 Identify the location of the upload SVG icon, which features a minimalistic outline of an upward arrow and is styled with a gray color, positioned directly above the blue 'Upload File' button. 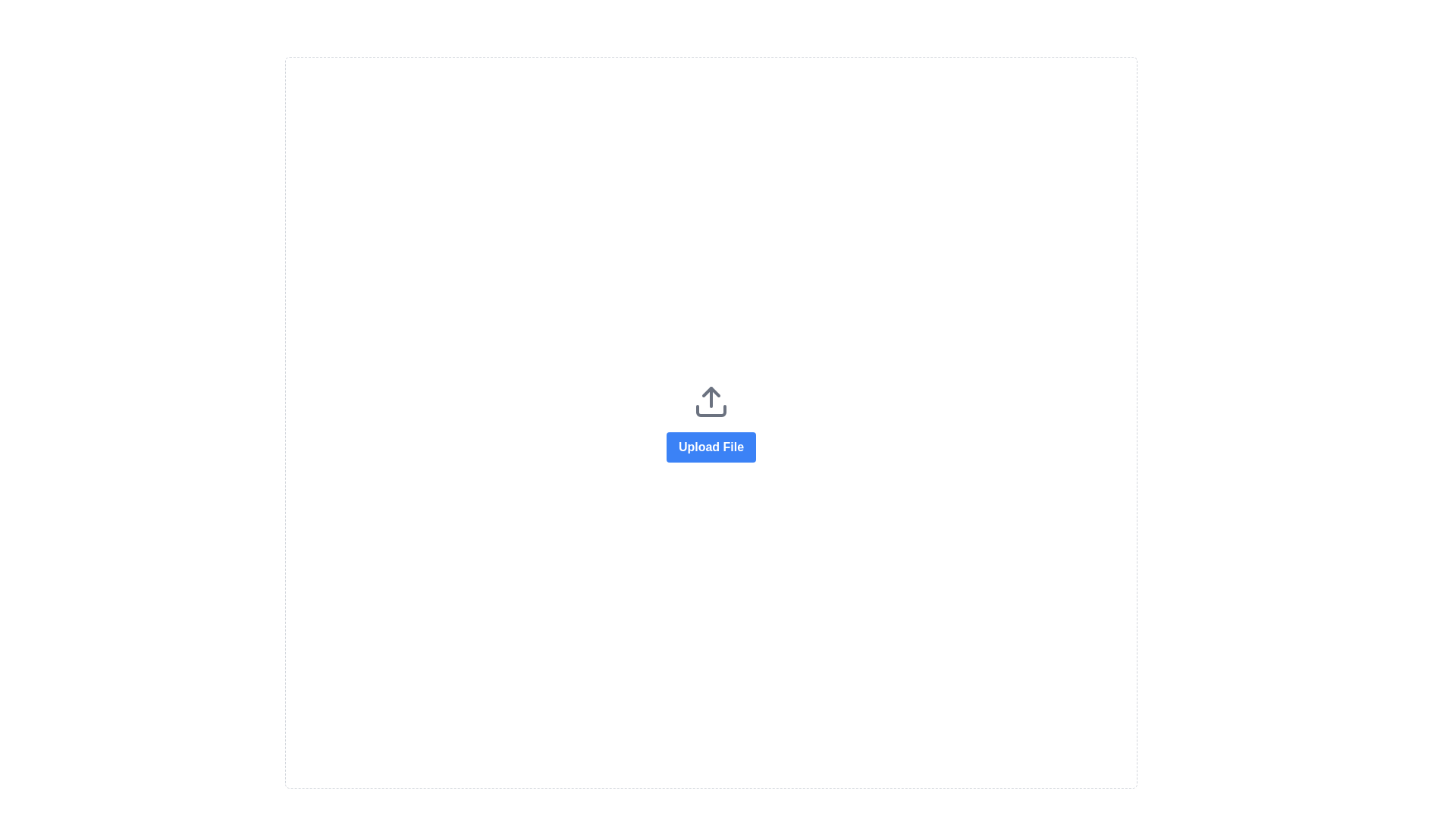
(710, 400).